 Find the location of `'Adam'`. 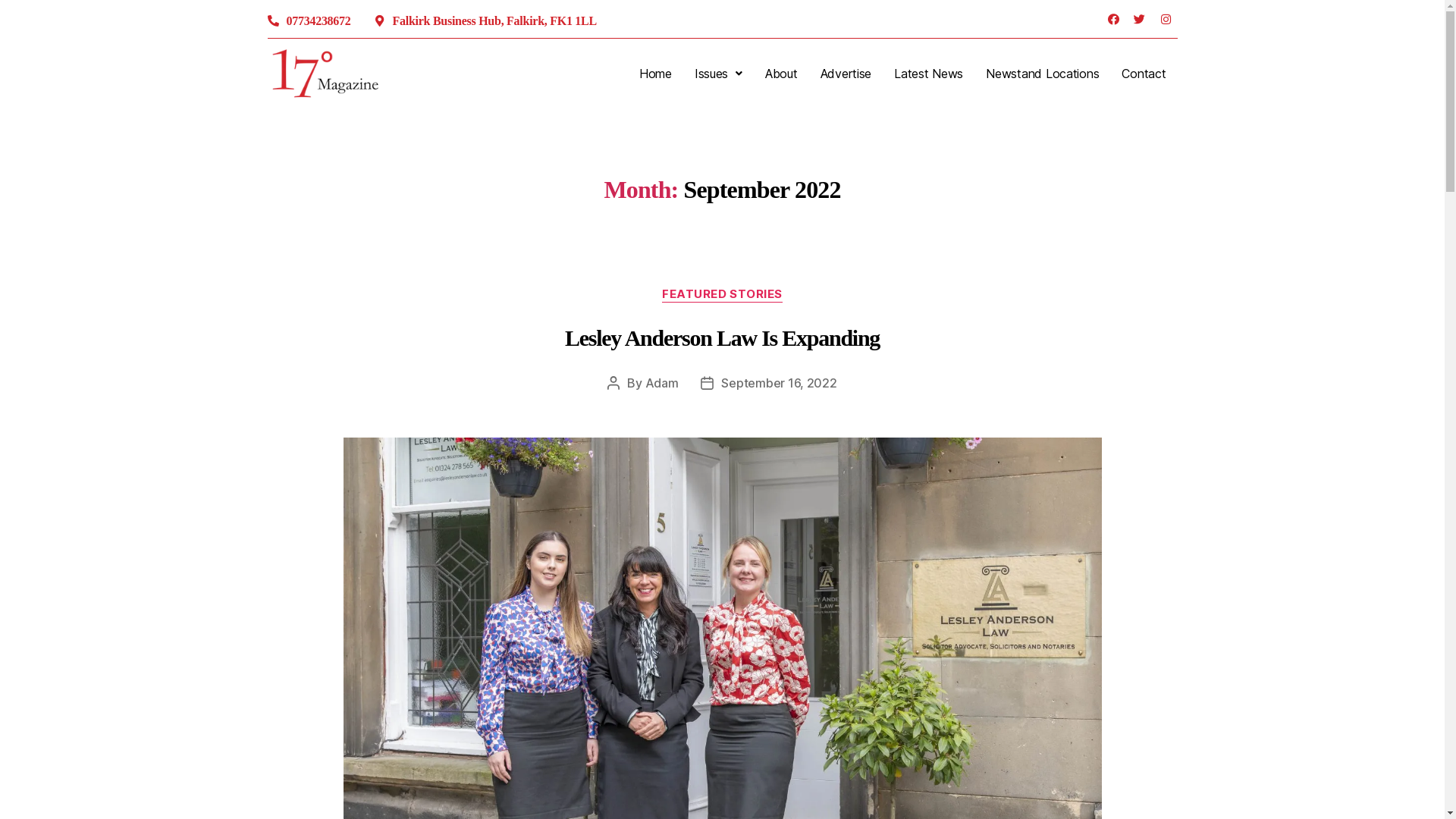

'Adam' is located at coordinates (662, 382).